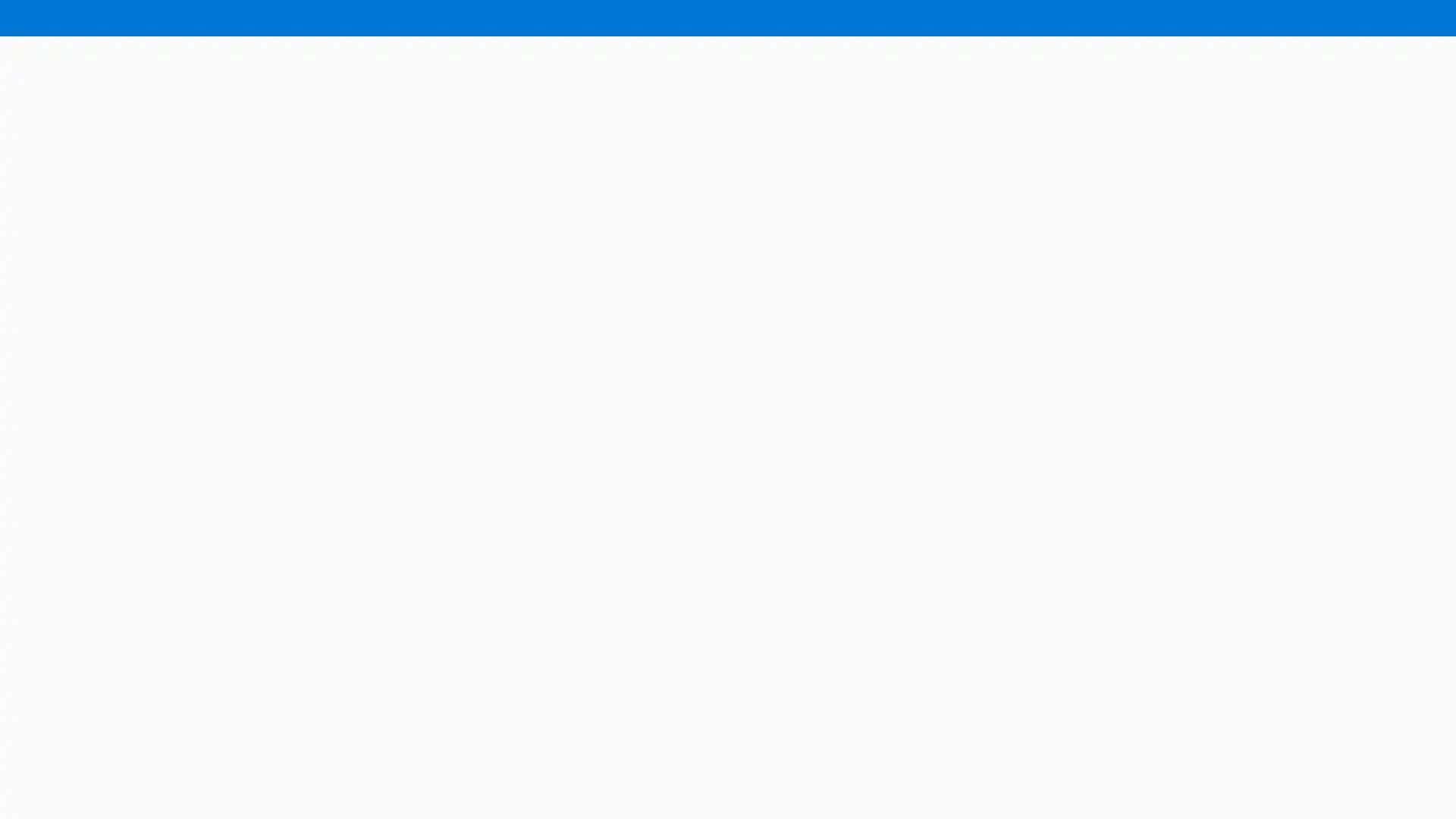 The height and width of the screenshot is (819, 1456). Describe the element at coordinates (1395, 18) in the screenshot. I see `Create account` at that location.